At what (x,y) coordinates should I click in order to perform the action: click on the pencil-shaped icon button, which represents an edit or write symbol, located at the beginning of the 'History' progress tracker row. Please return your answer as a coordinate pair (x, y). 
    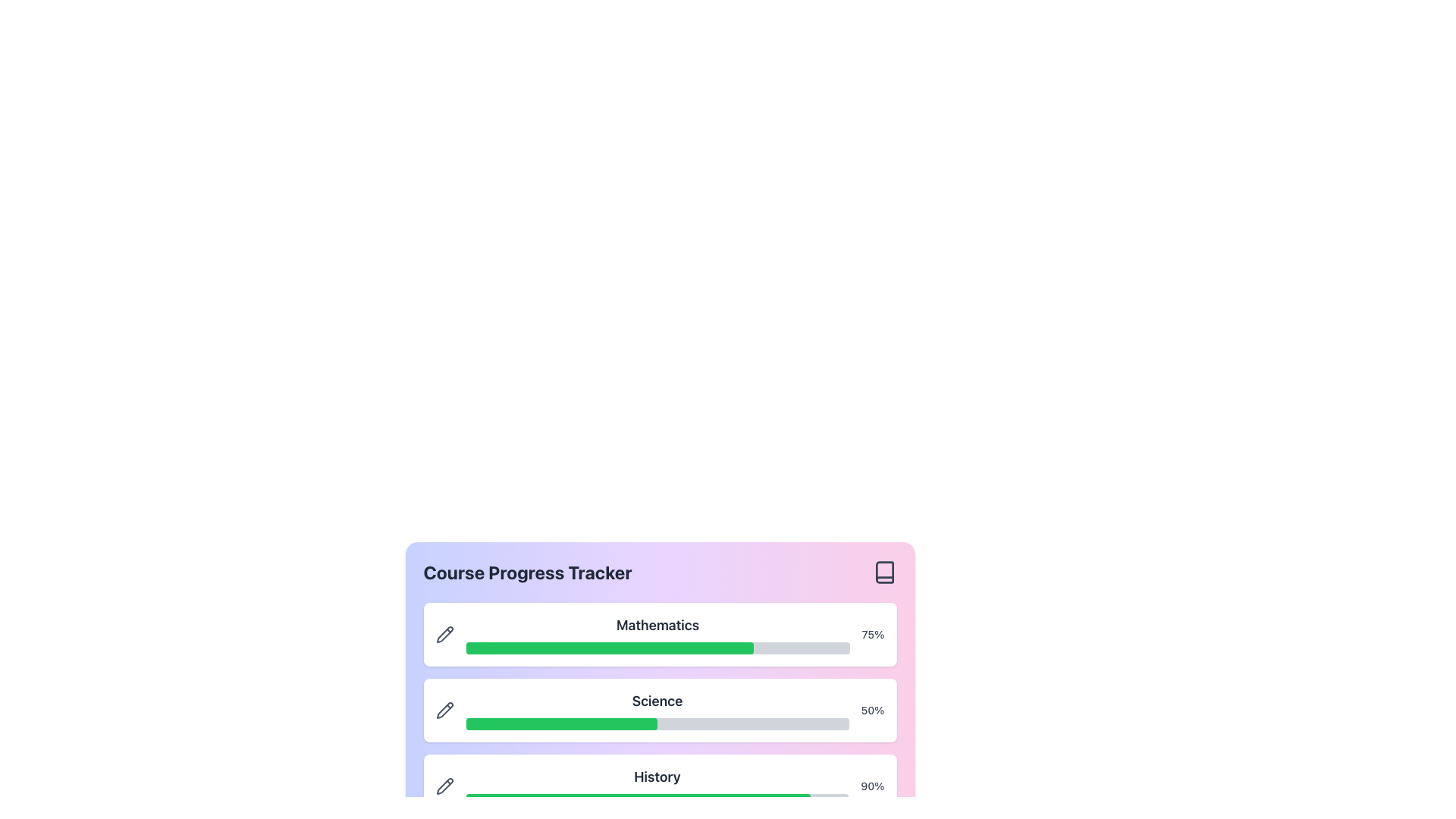
    Looking at the image, I should click on (444, 786).